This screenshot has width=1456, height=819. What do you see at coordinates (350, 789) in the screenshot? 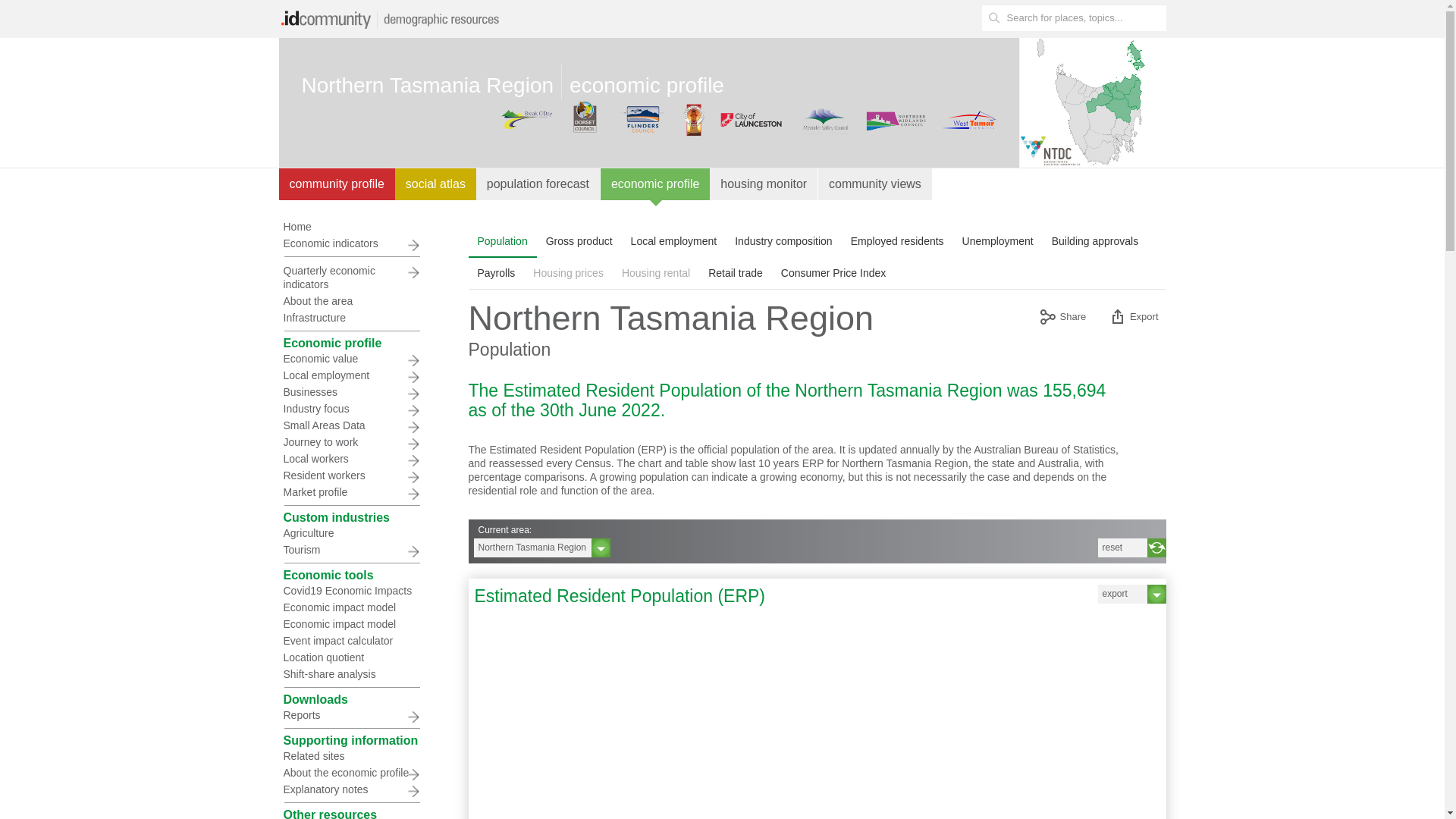
I see `'Explanatory notes` at bounding box center [350, 789].